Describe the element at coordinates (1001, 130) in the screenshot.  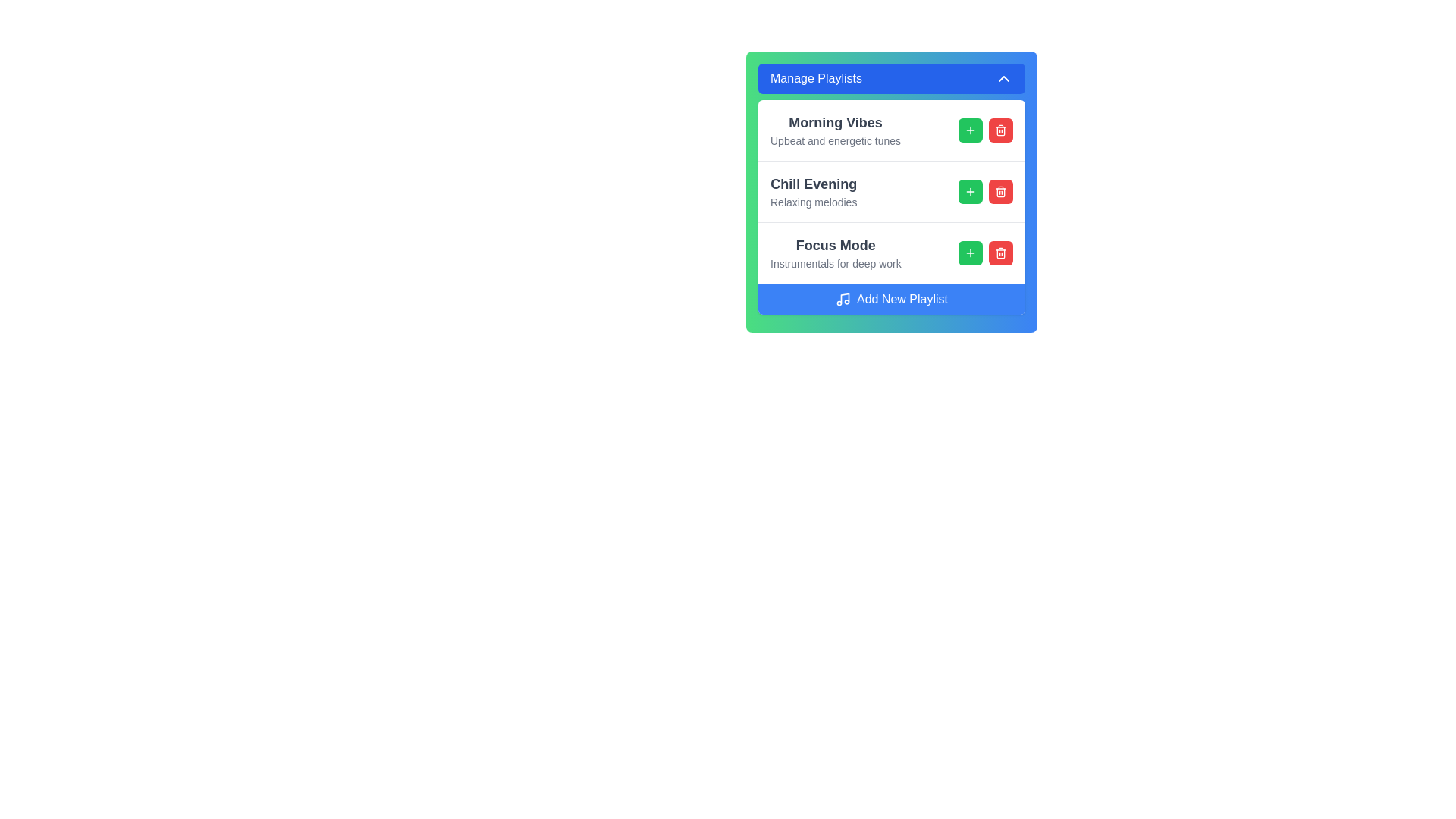
I see `the delete icon button located to the right of the 'Morning Vibes' playlist` at that location.